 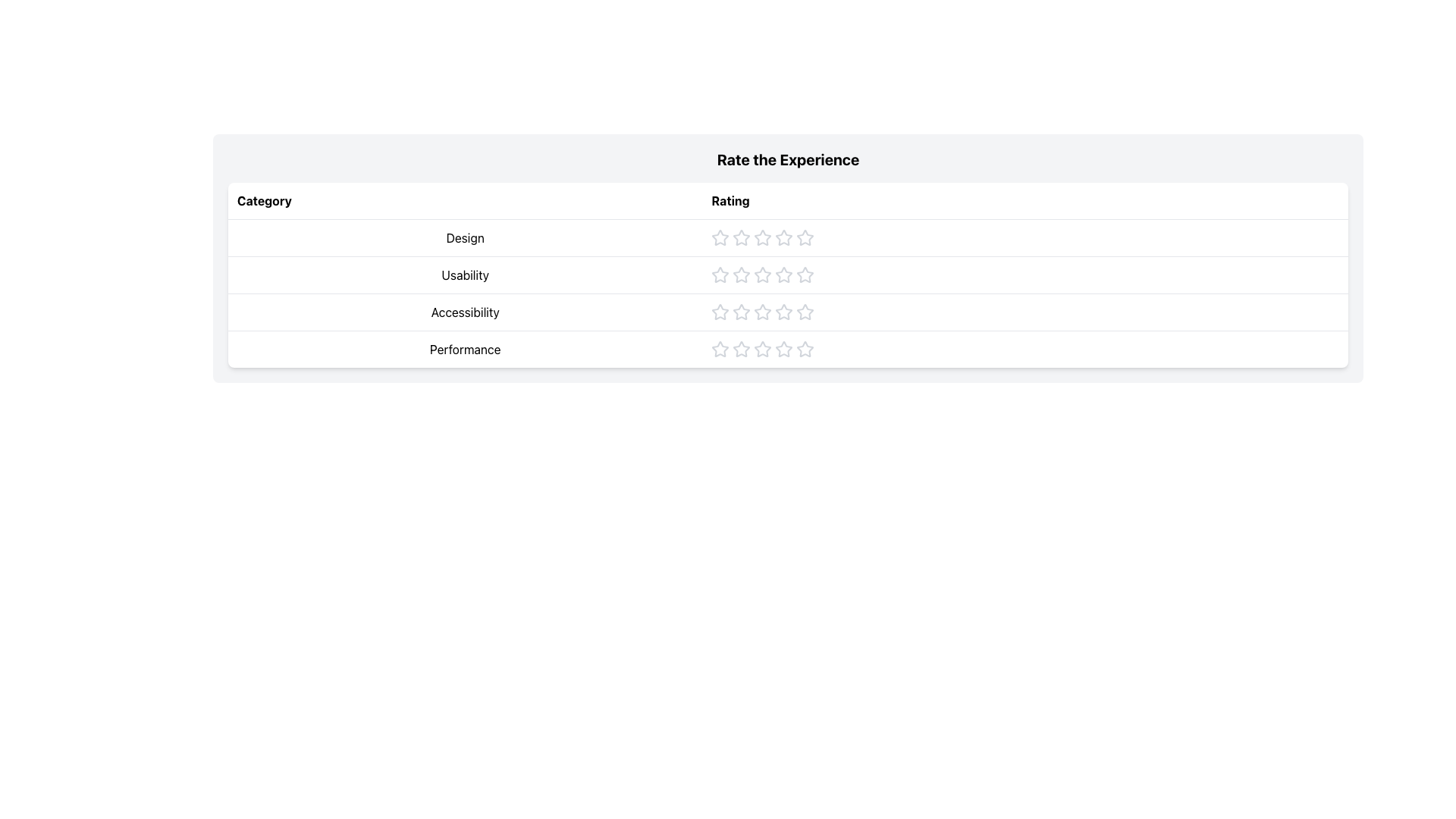 I want to click on the second star icon in the 5-star rating scale to assign a rating of 2 out of 5 for the 'Performance' category, so click(x=742, y=349).